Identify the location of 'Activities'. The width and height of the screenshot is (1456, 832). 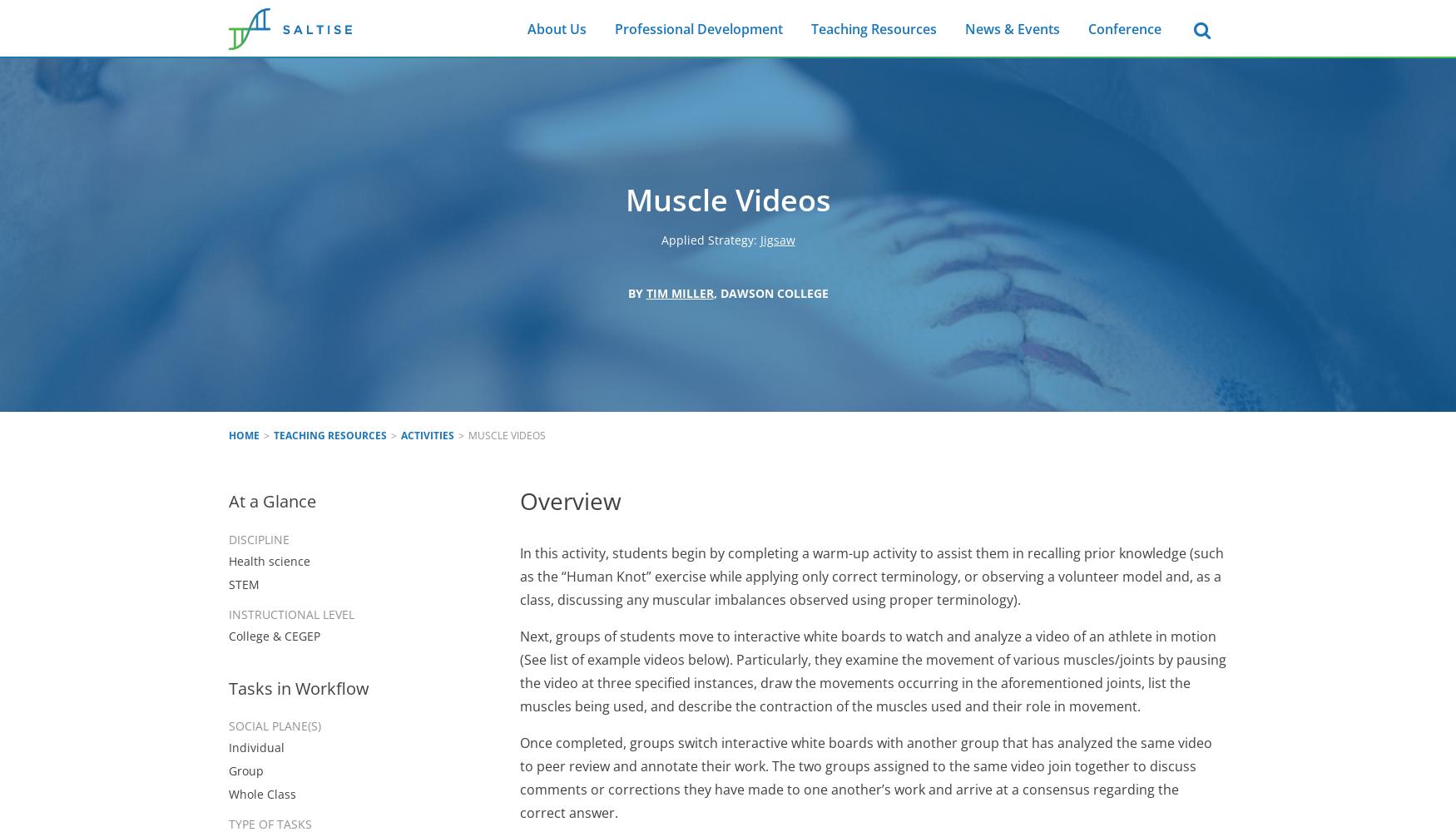
(426, 435).